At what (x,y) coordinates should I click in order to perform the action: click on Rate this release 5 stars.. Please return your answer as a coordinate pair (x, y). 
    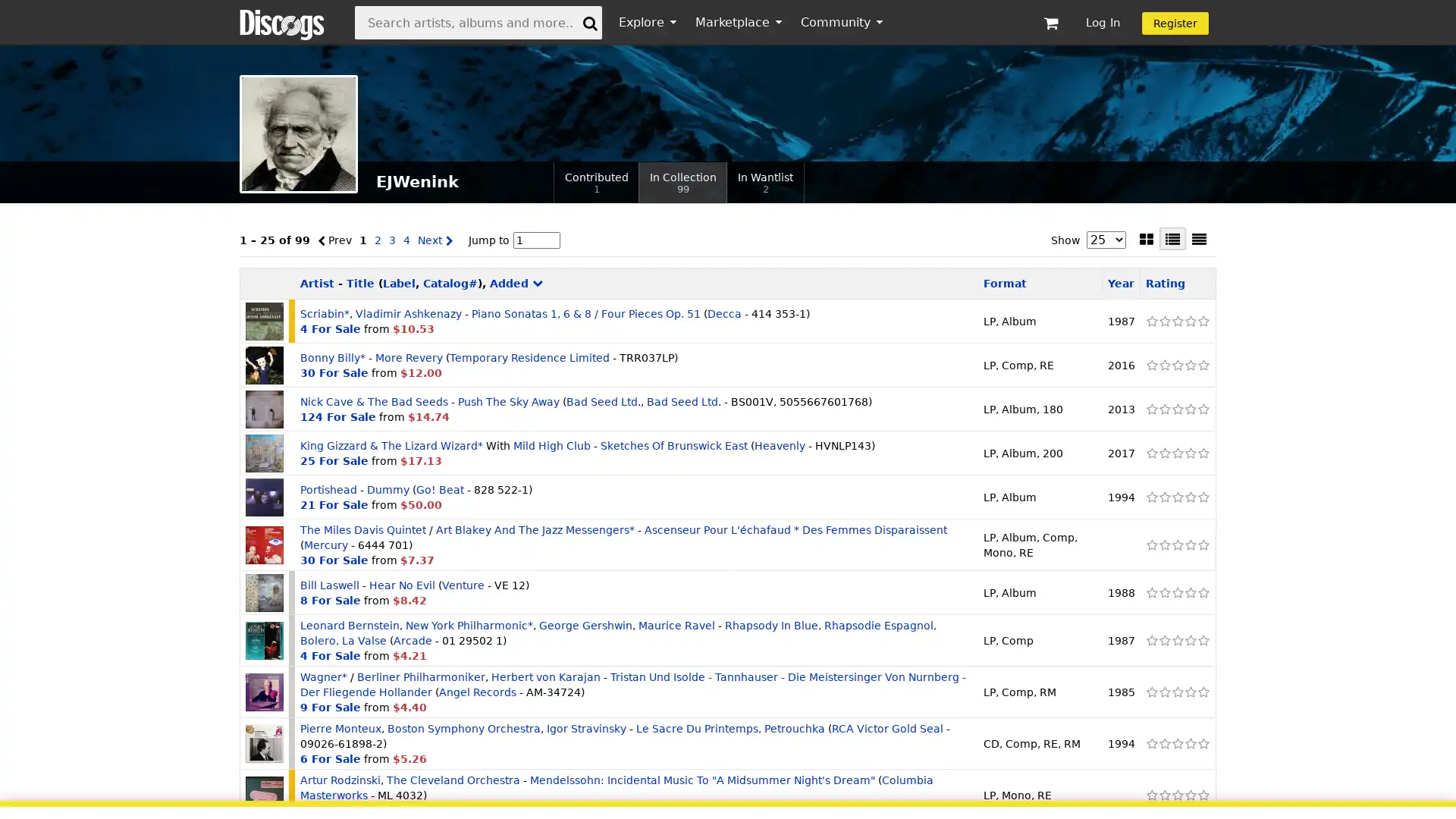
    Looking at the image, I should click on (1202, 640).